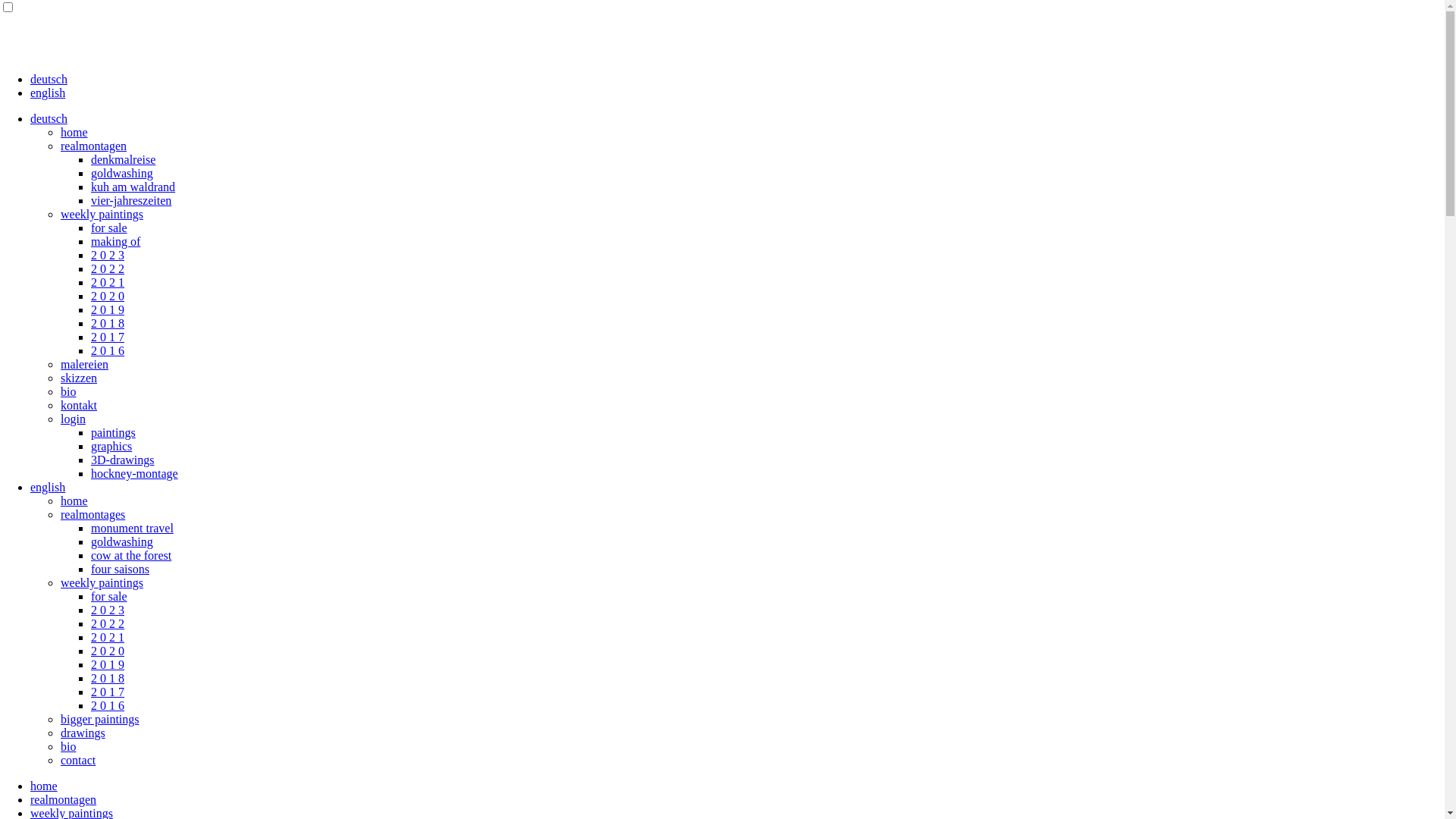  Describe the element at coordinates (107, 650) in the screenshot. I see `'2 0 2 0'` at that location.